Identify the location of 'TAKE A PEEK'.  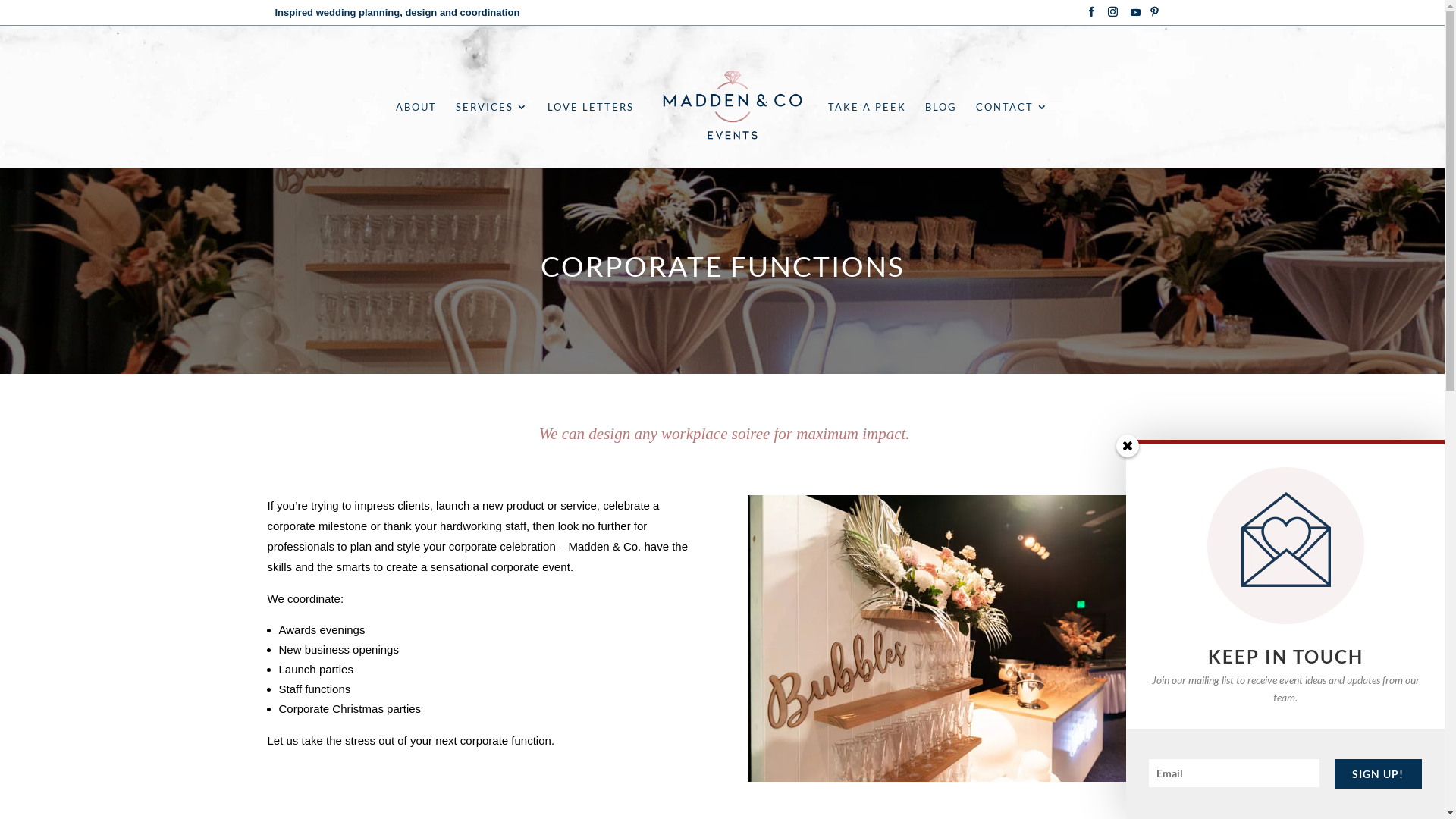
(867, 133).